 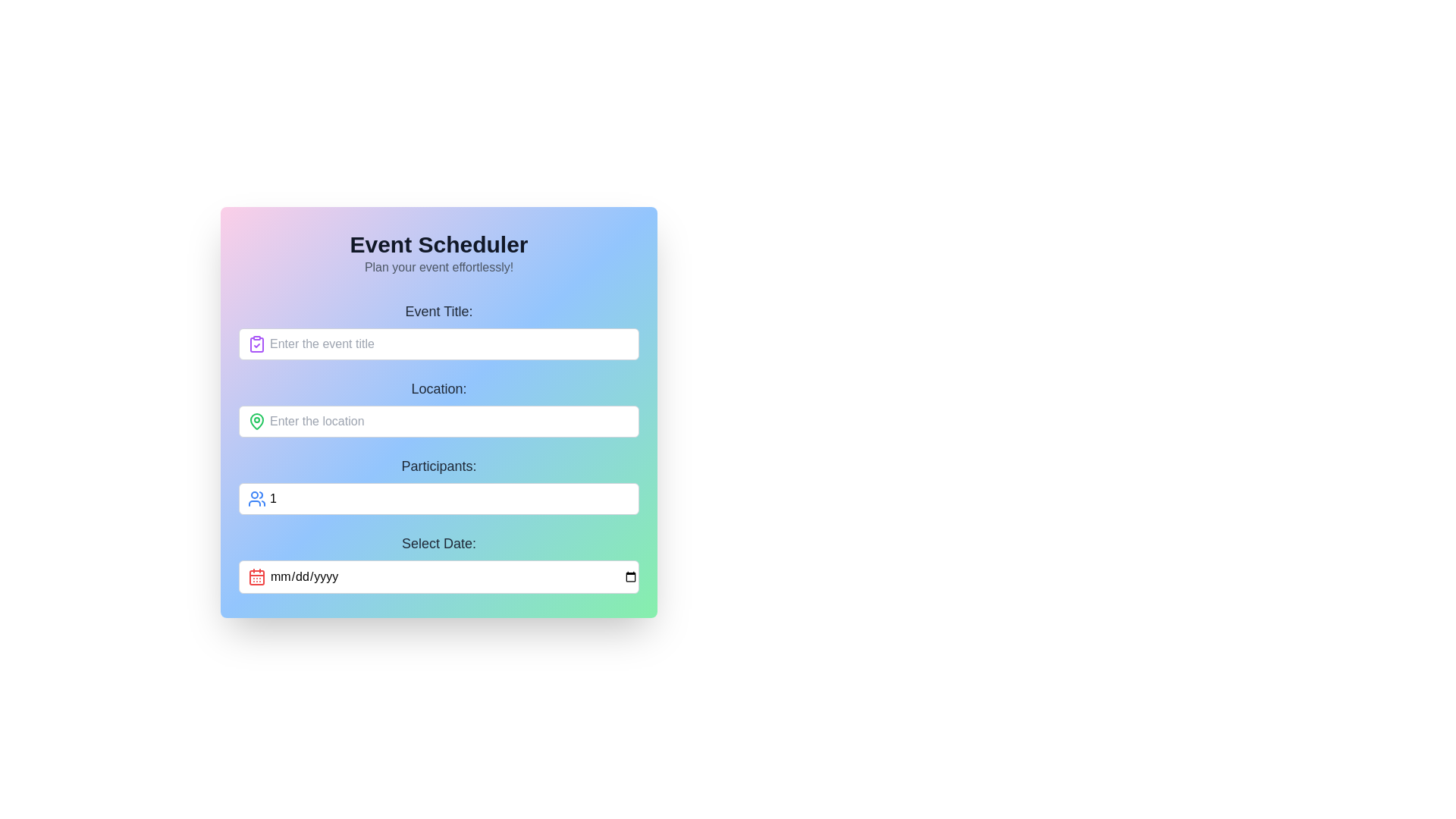 I want to click on the labeled input field for date selection, which includes the label 'Select Date:', an input field with a placeholder 'mm/dd/yyyy', and a calendar icon to the left, so click(x=438, y=563).